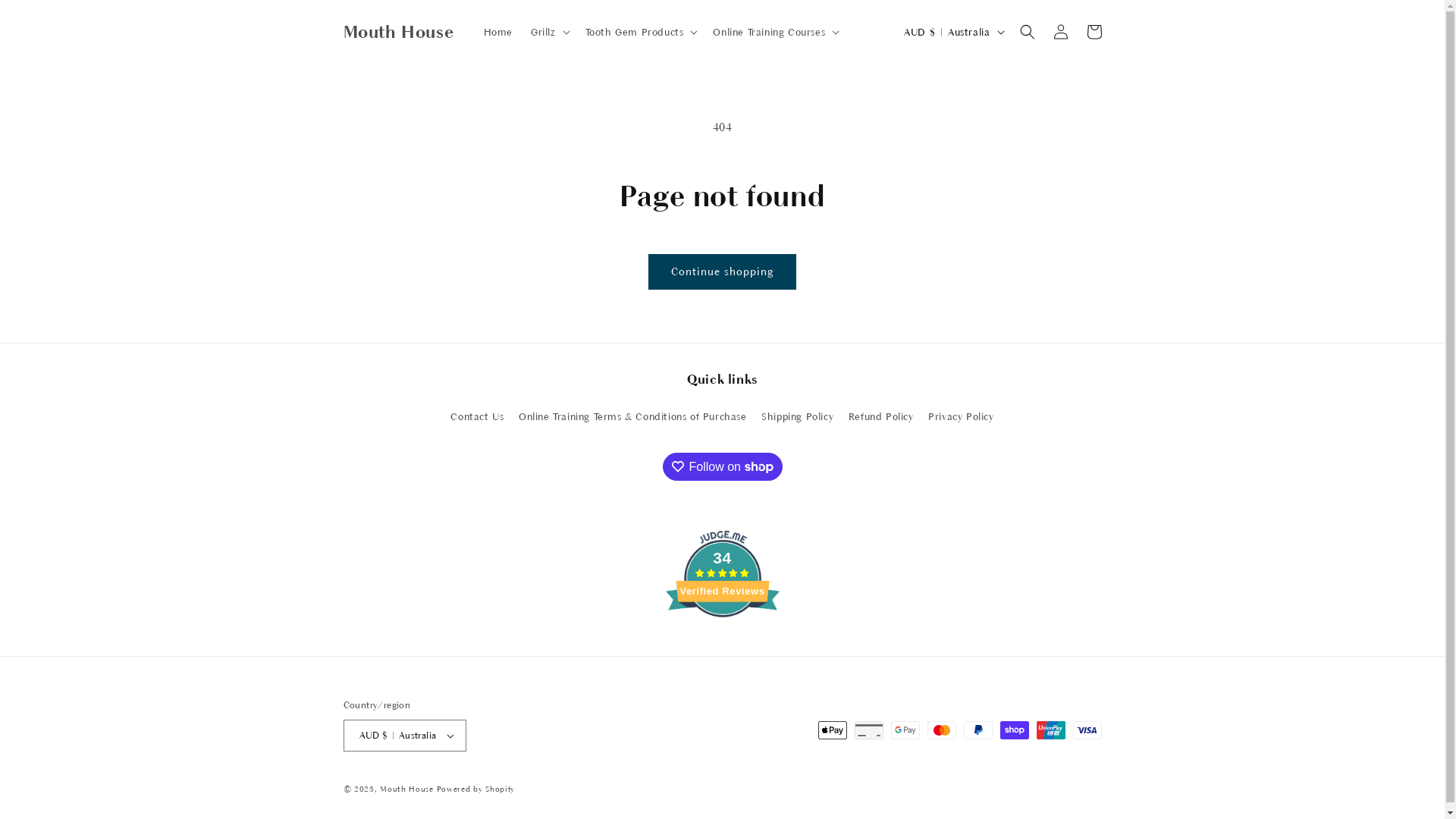 Image resolution: width=1456 pixels, height=819 pixels. I want to click on 'Shipping Policy', so click(796, 416).